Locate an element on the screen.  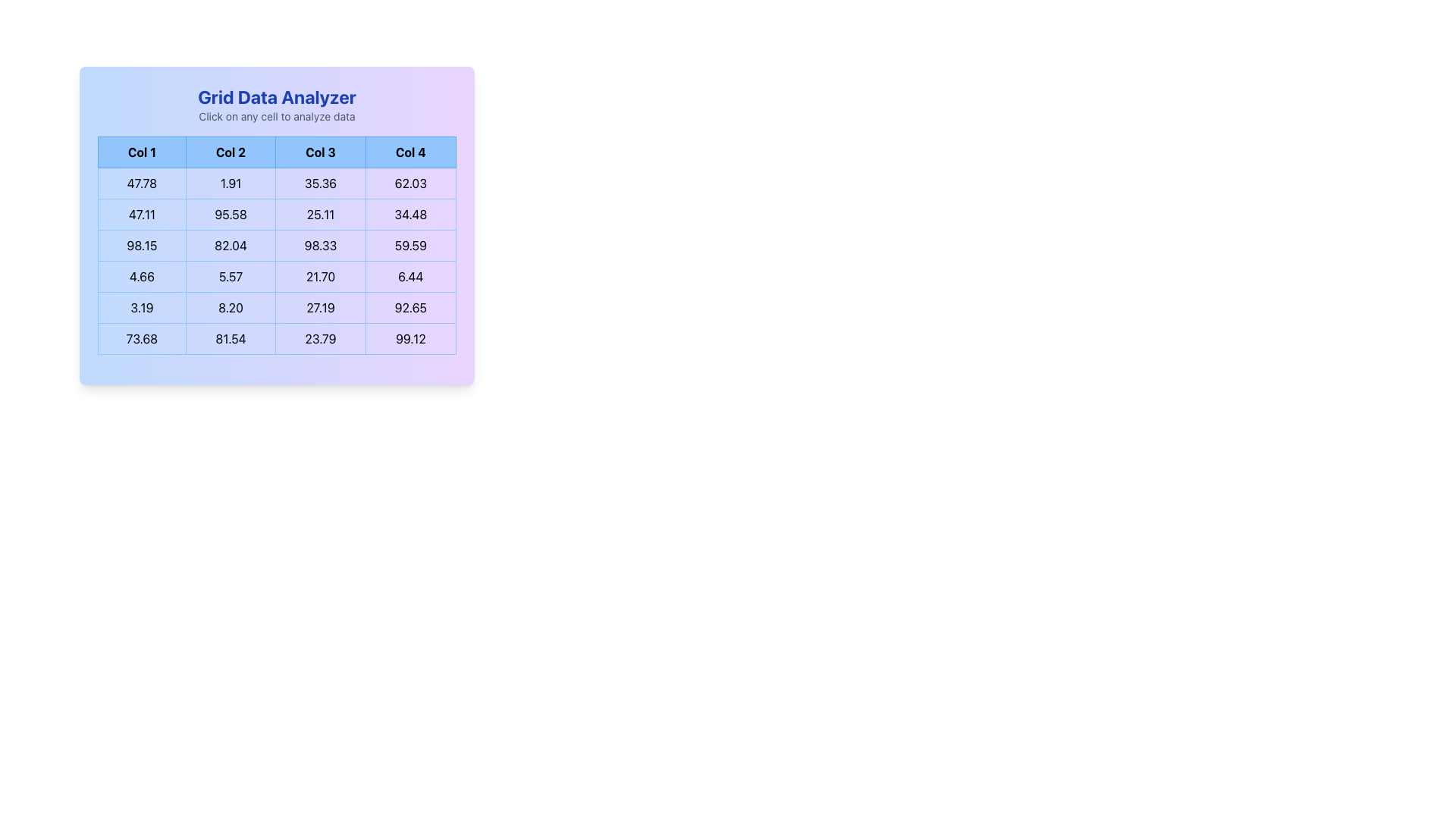
the Table Cell located in the second row and first column of the Grid Data Analyzer, which is positioned to the left of '8.20' and to the right of the column header 'Col 1' is located at coordinates (142, 307).